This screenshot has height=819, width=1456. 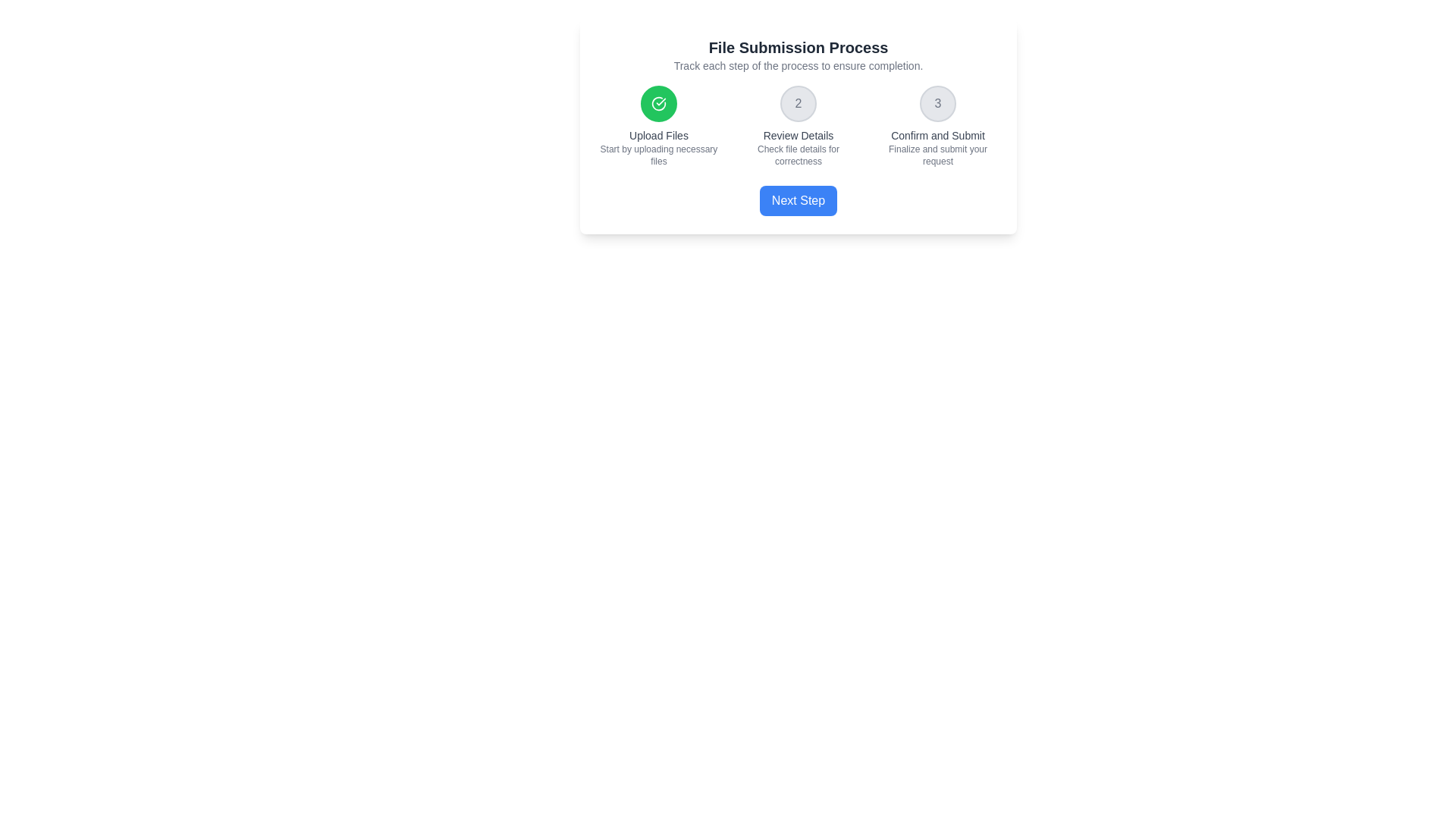 I want to click on the 'Upload Files' text label, which is displayed in a small, bold font with medium gray color, located centrally below a checkmark icon and above a smaller text that reads 'Start by uploading necessary files', so click(x=658, y=134).